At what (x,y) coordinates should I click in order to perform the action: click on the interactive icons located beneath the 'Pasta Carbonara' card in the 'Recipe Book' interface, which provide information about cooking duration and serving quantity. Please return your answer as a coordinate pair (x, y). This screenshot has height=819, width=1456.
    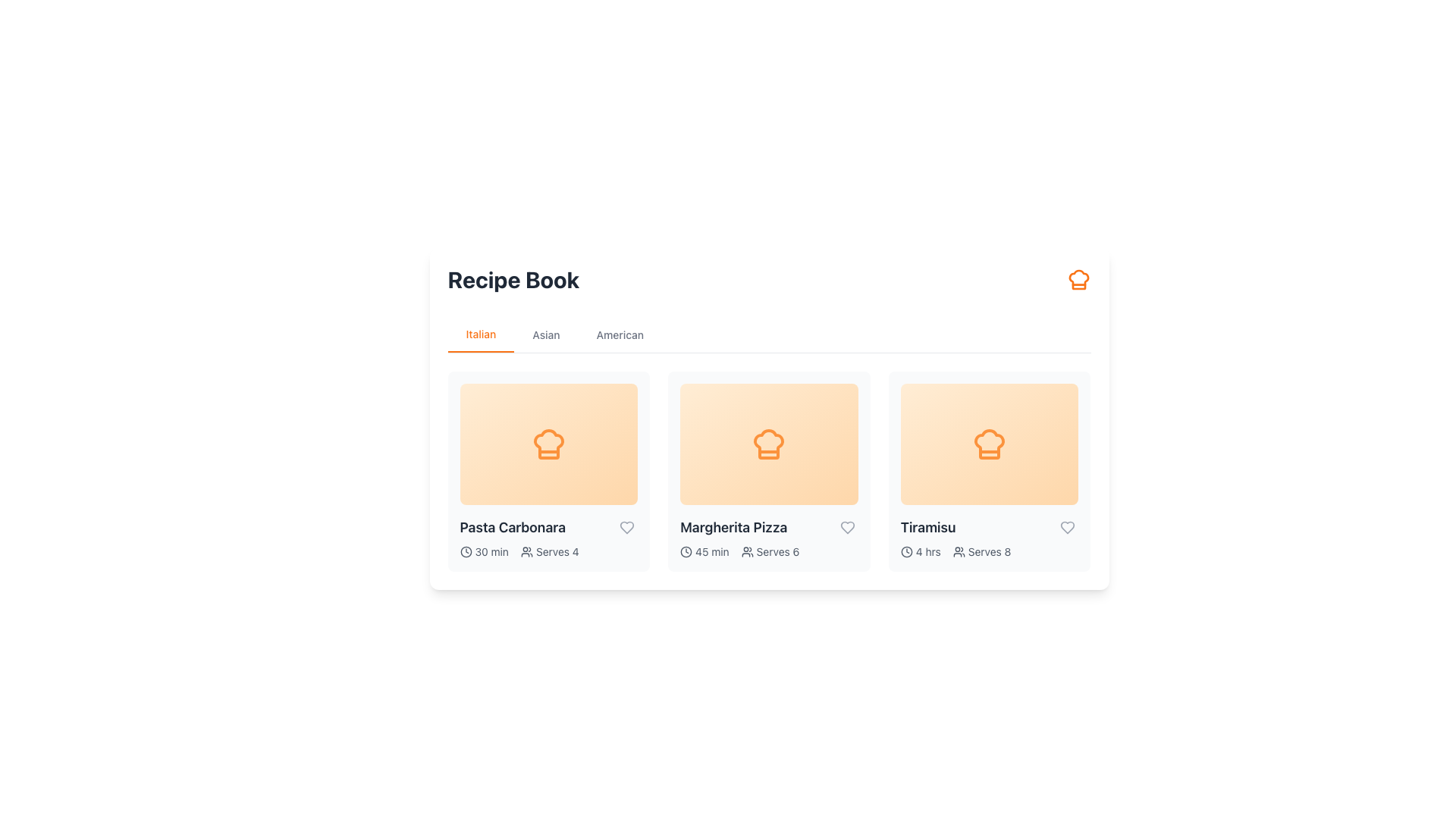
    Looking at the image, I should click on (548, 552).